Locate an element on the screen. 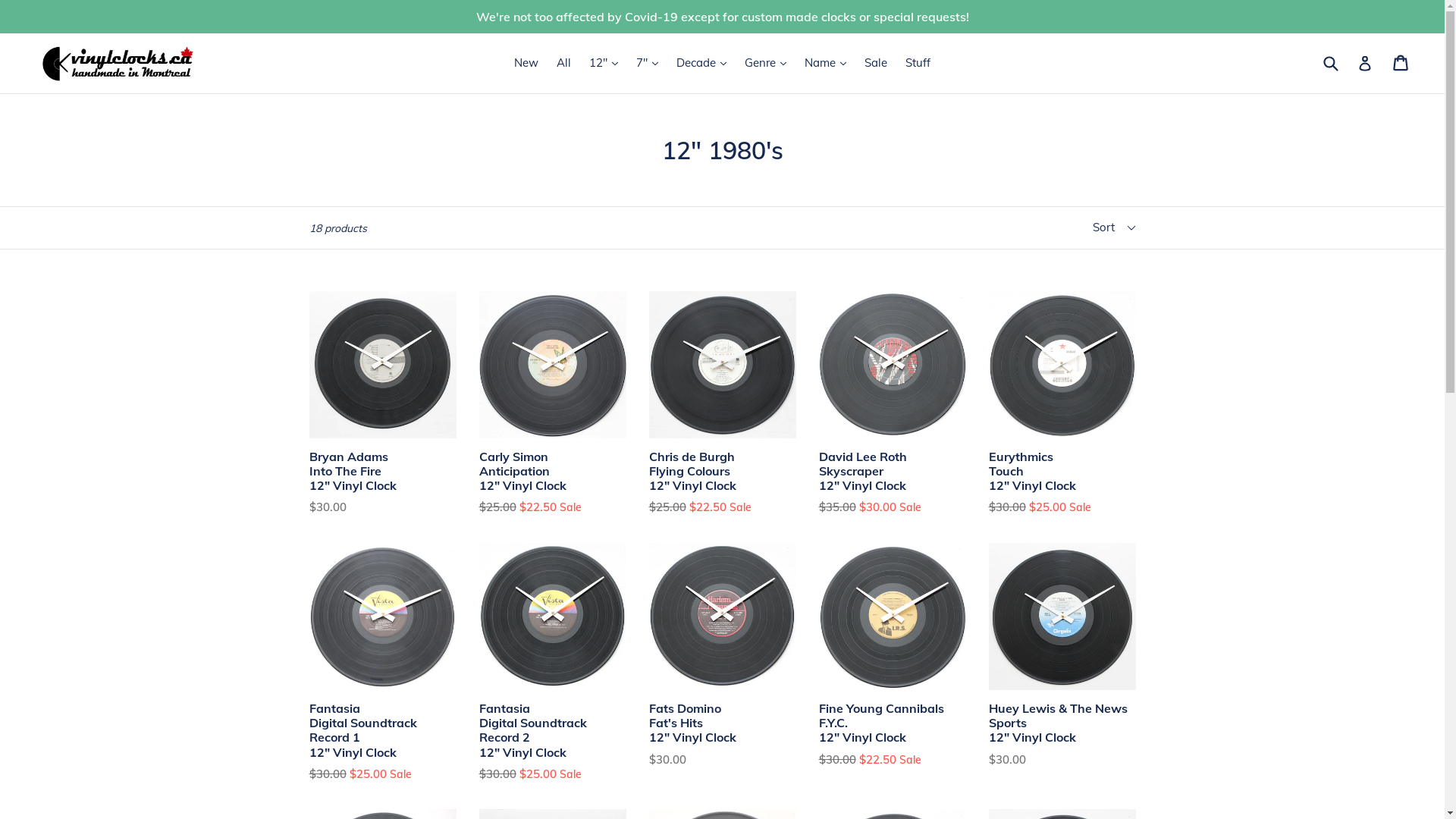 This screenshot has width=1456, height=819. 'Fats Domino is located at coordinates (722, 654).